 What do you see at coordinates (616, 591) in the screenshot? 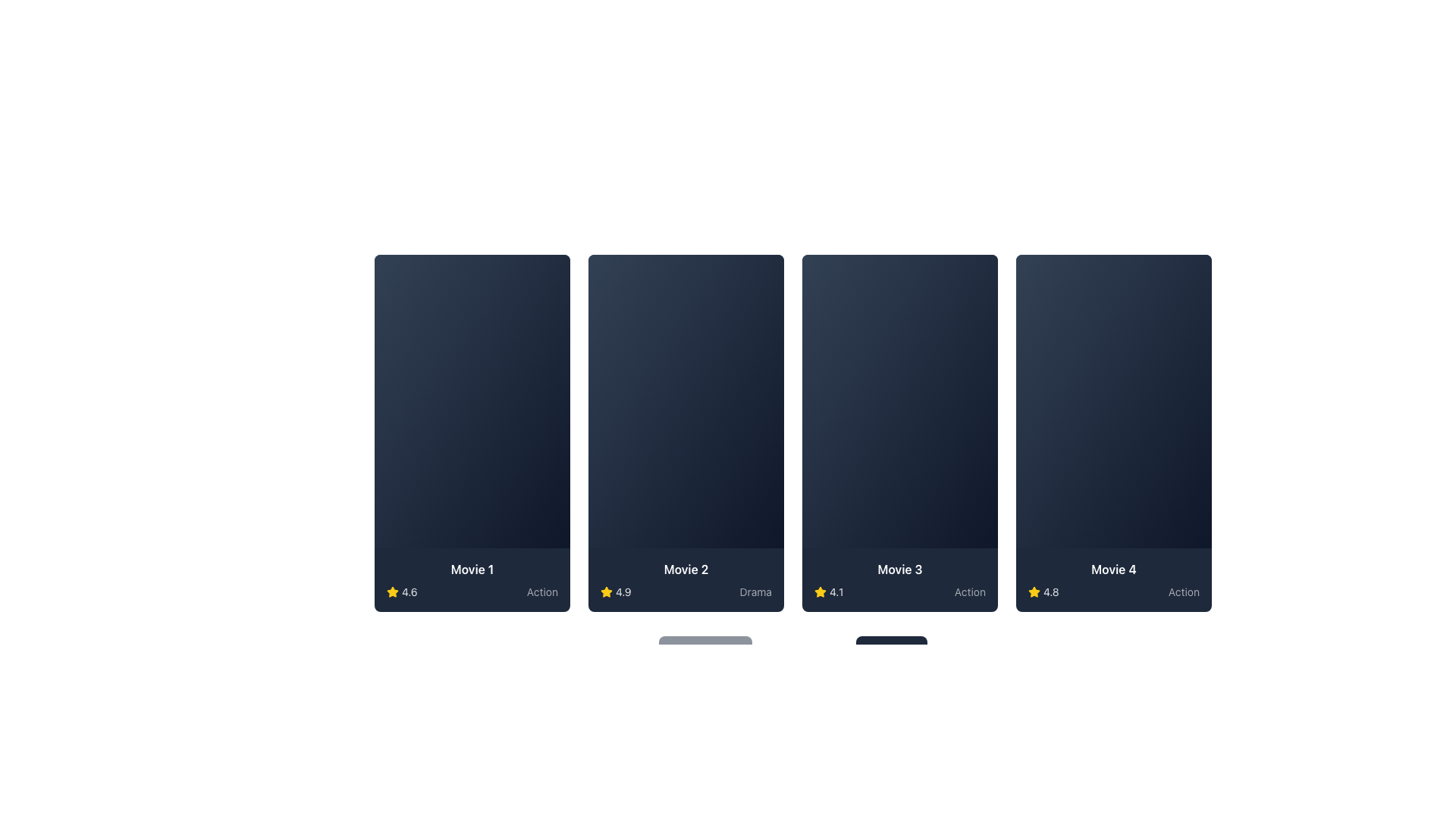
I see `the rating display indicating a score of '4.9' with a star icon, located in the bottom-left of the 'Movie 2' card, beside the 'Drama' text` at bounding box center [616, 591].